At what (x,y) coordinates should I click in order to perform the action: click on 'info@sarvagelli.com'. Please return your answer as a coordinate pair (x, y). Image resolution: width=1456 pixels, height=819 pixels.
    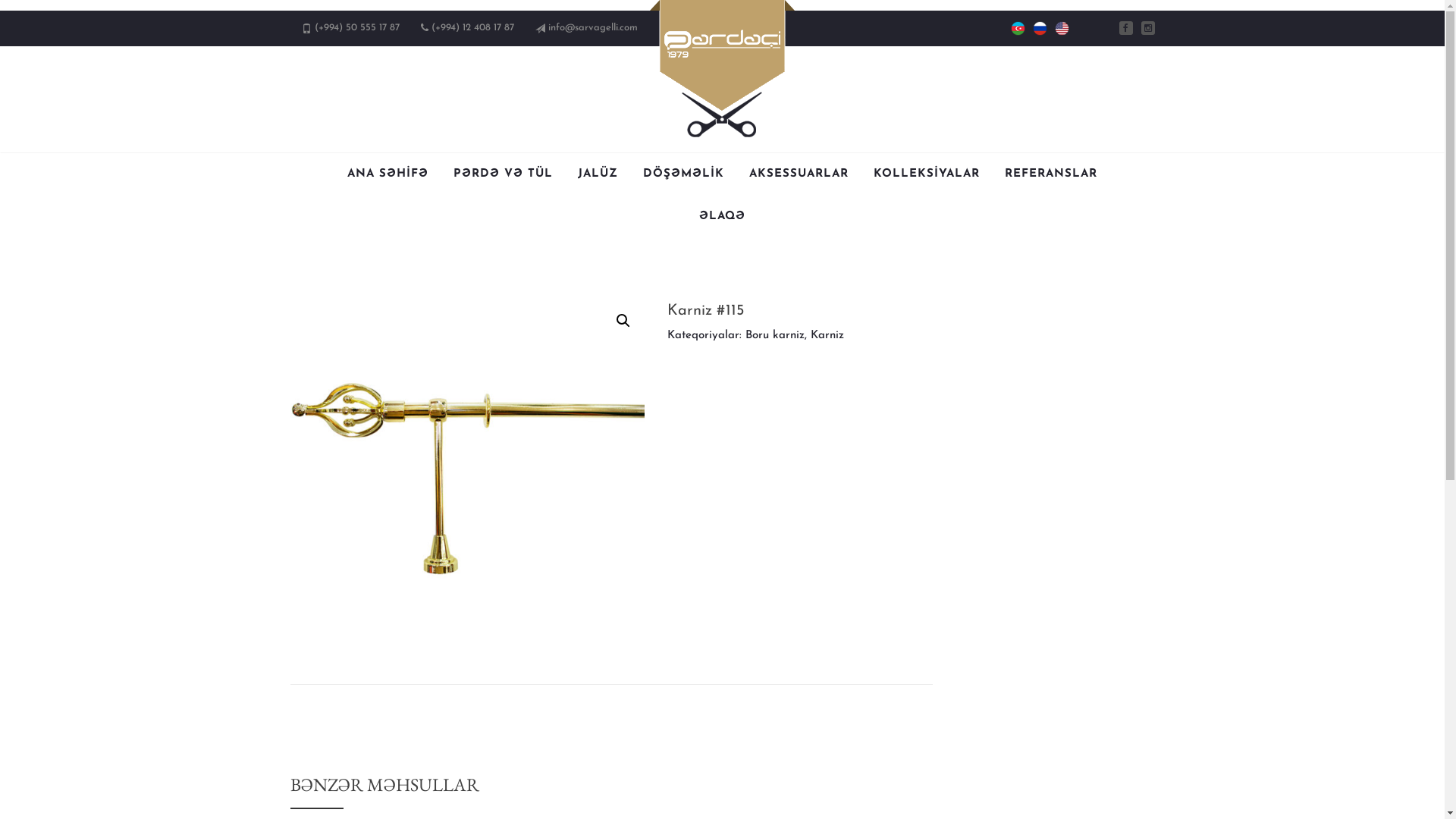
    Looking at the image, I should click on (546, 27).